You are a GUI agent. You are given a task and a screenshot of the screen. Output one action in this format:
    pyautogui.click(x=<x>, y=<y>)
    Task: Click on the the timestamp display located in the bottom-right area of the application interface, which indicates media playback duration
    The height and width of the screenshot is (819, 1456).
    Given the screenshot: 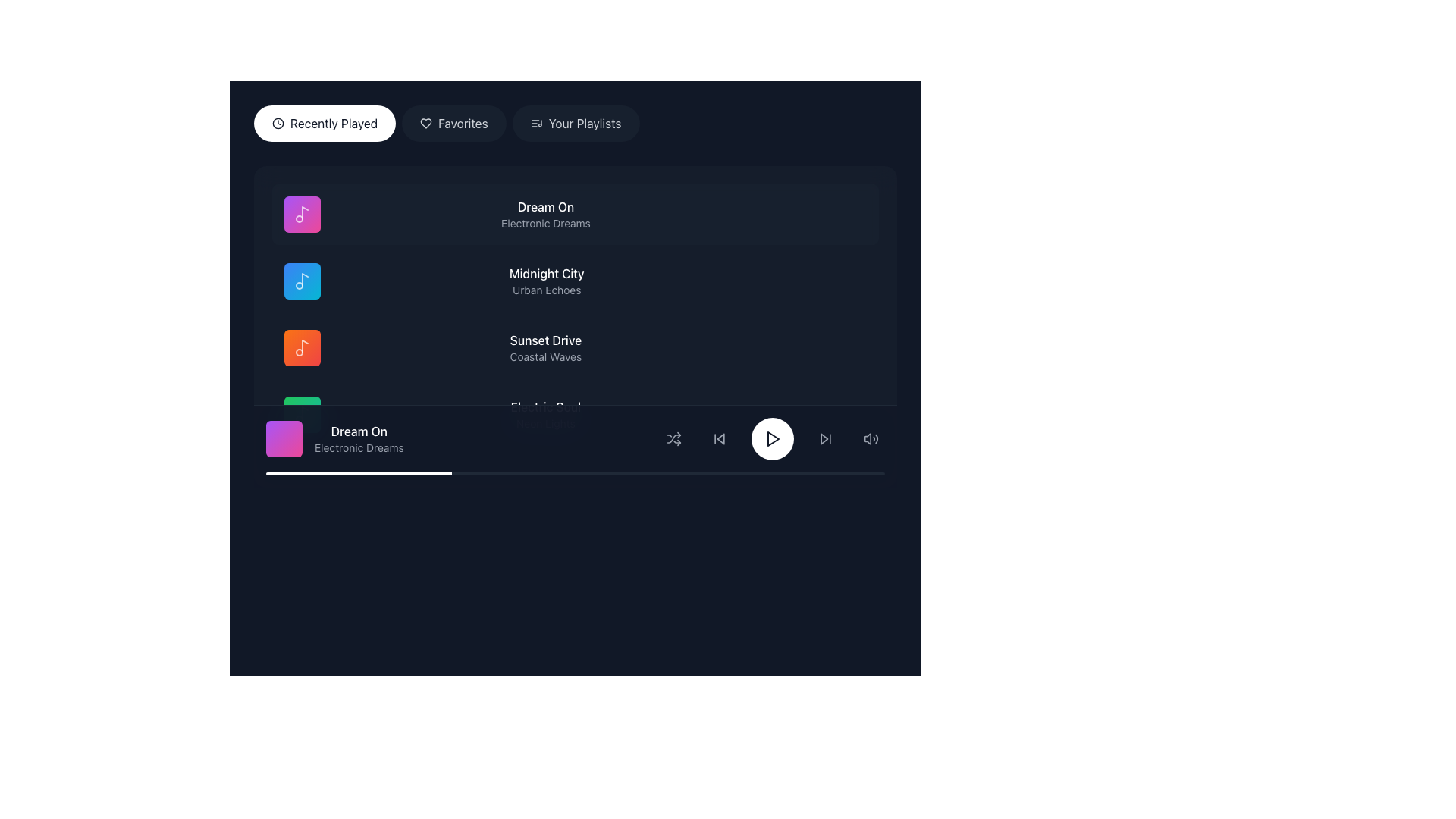 What is the action you would take?
    pyautogui.click(x=818, y=415)
    